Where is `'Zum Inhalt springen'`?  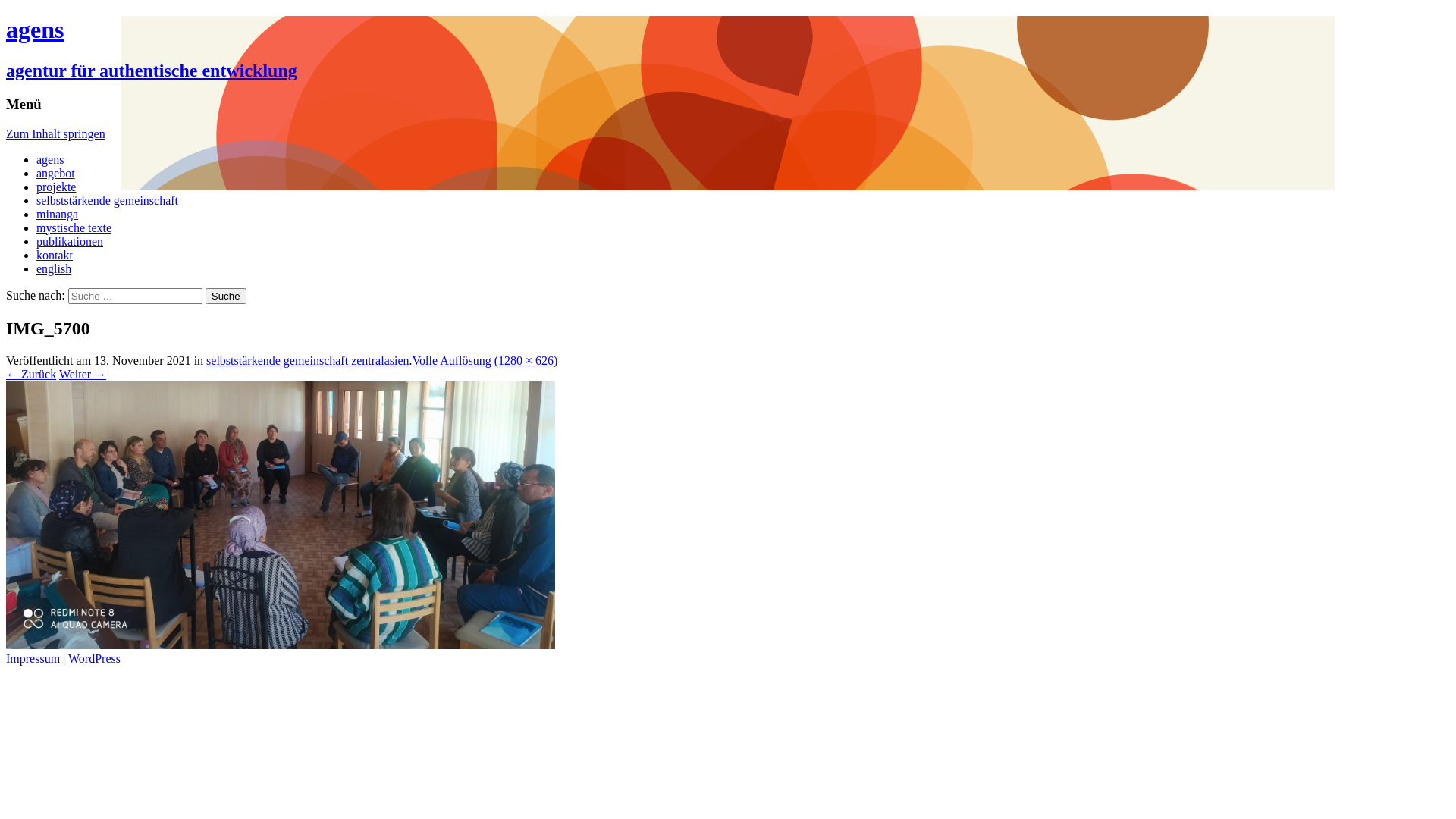
'Zum Inhalt springen' is located at coordinates (55, 133).